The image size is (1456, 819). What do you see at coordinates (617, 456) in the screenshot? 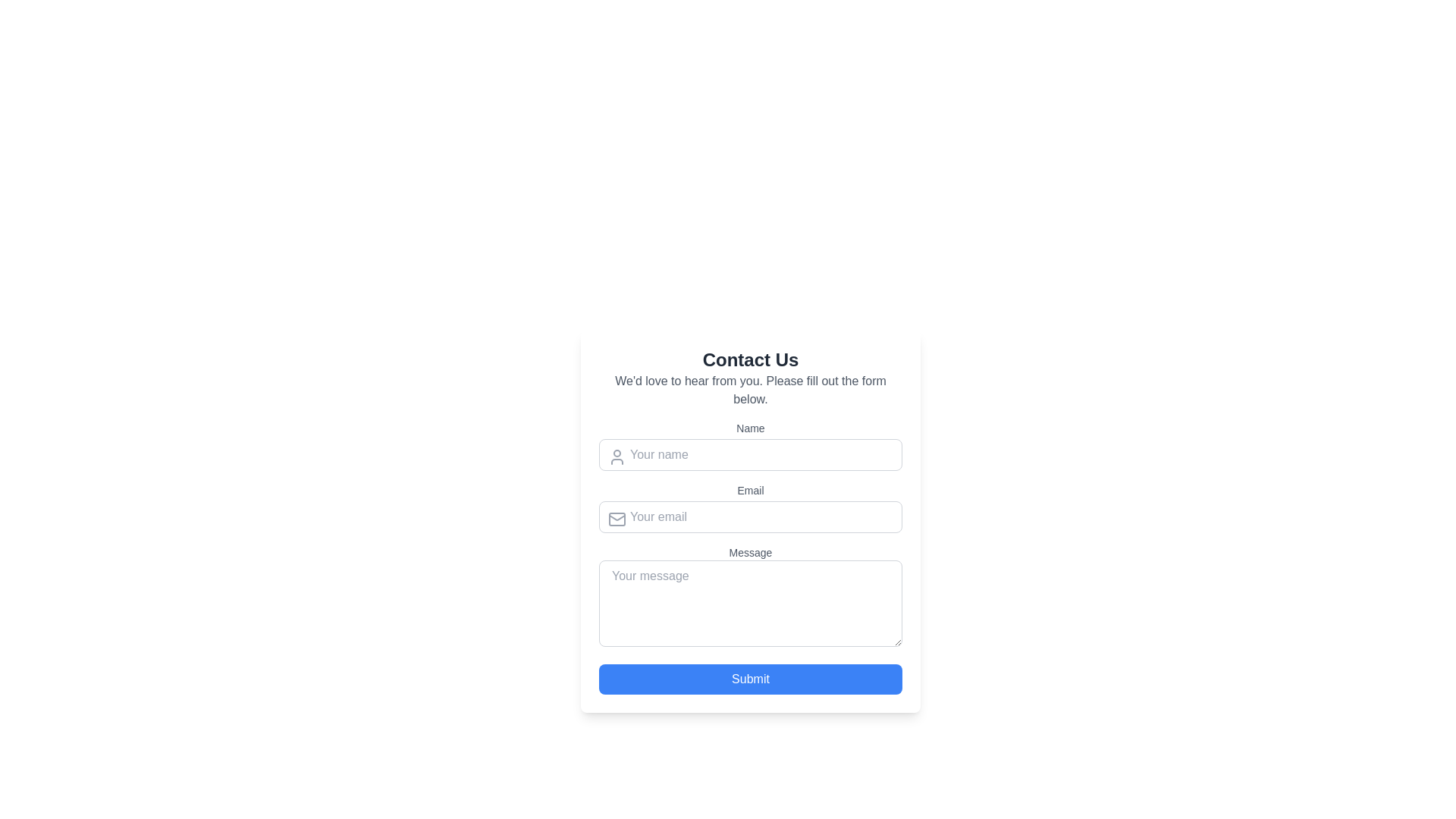
I see `the Decorative Icon located on the left side inside the 'Your name' input field, which serves as an indicator for name entry` at bounding box center [617, 456].